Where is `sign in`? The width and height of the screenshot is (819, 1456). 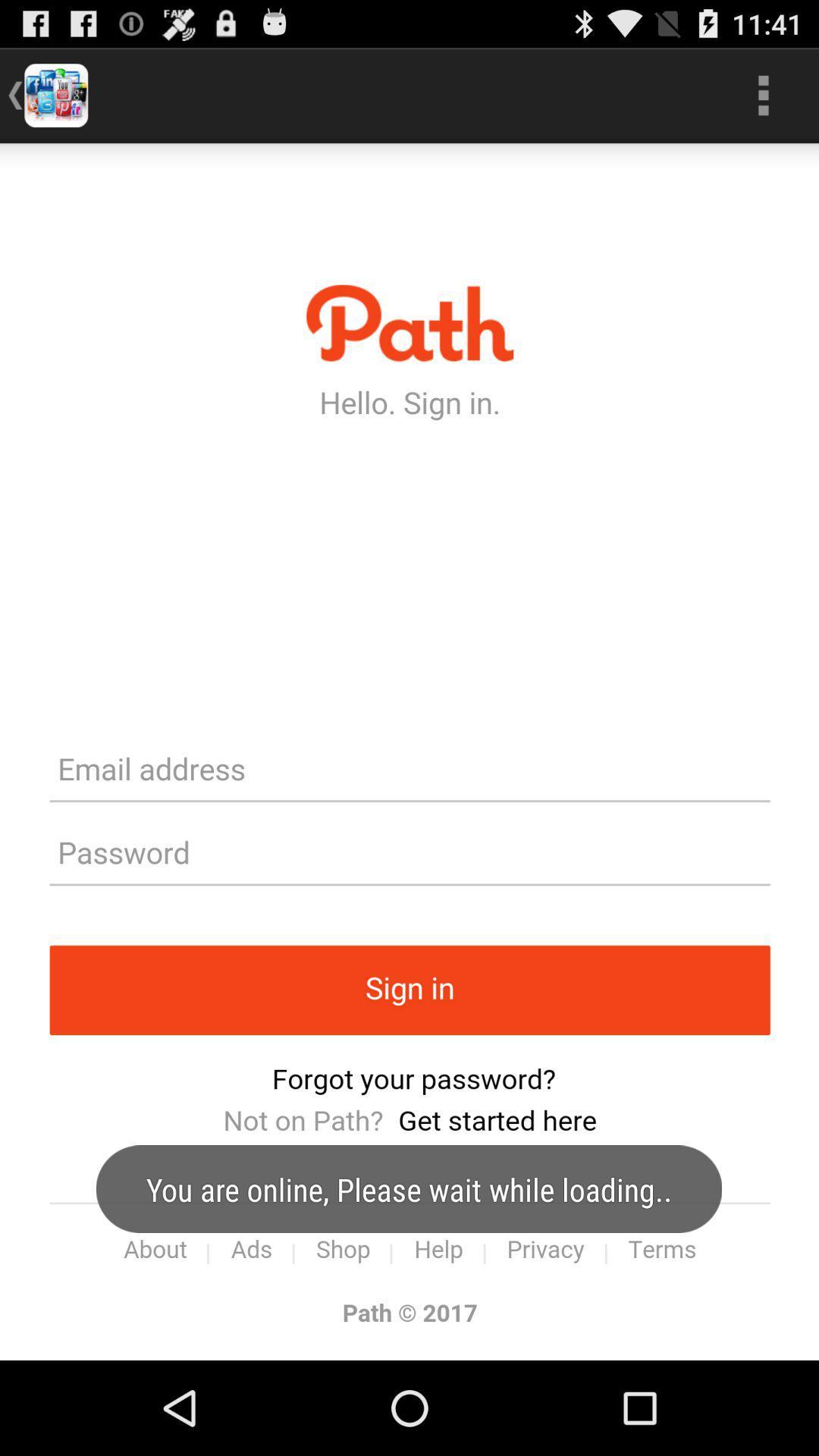
sign in is located at coordinates (409, 752).